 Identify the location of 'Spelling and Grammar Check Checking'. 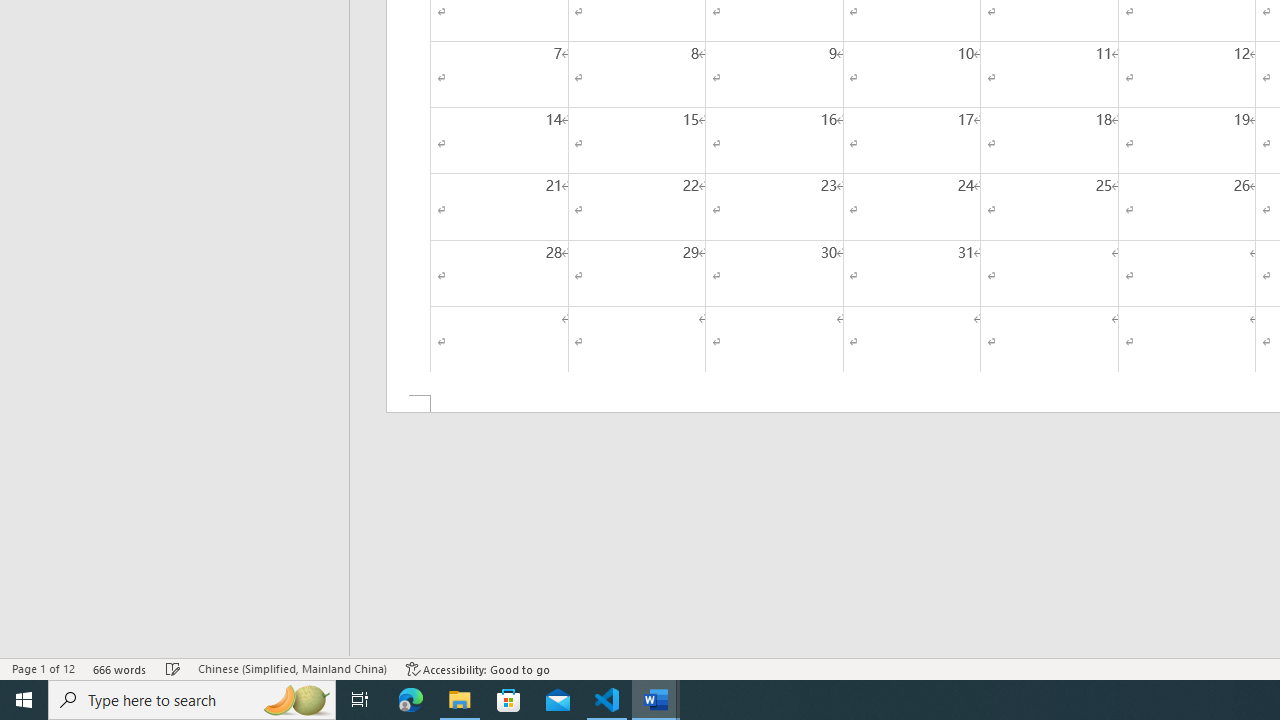
(173, 669).